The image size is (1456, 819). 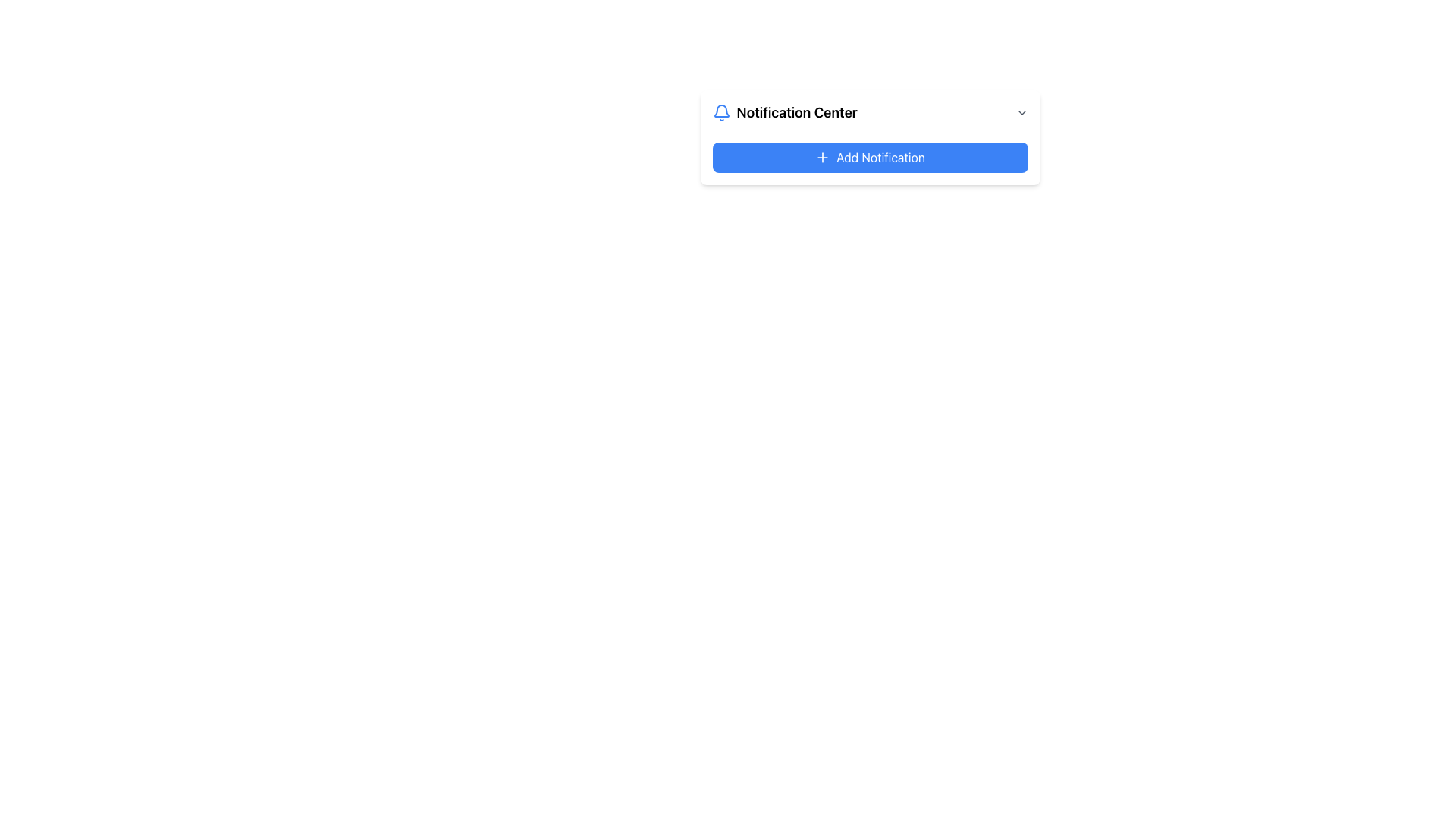 I want to click on the decorative icon located on the left side of the 'Add Notification' button, which symbolizes adding a new notification, so click(x=822, y=158).